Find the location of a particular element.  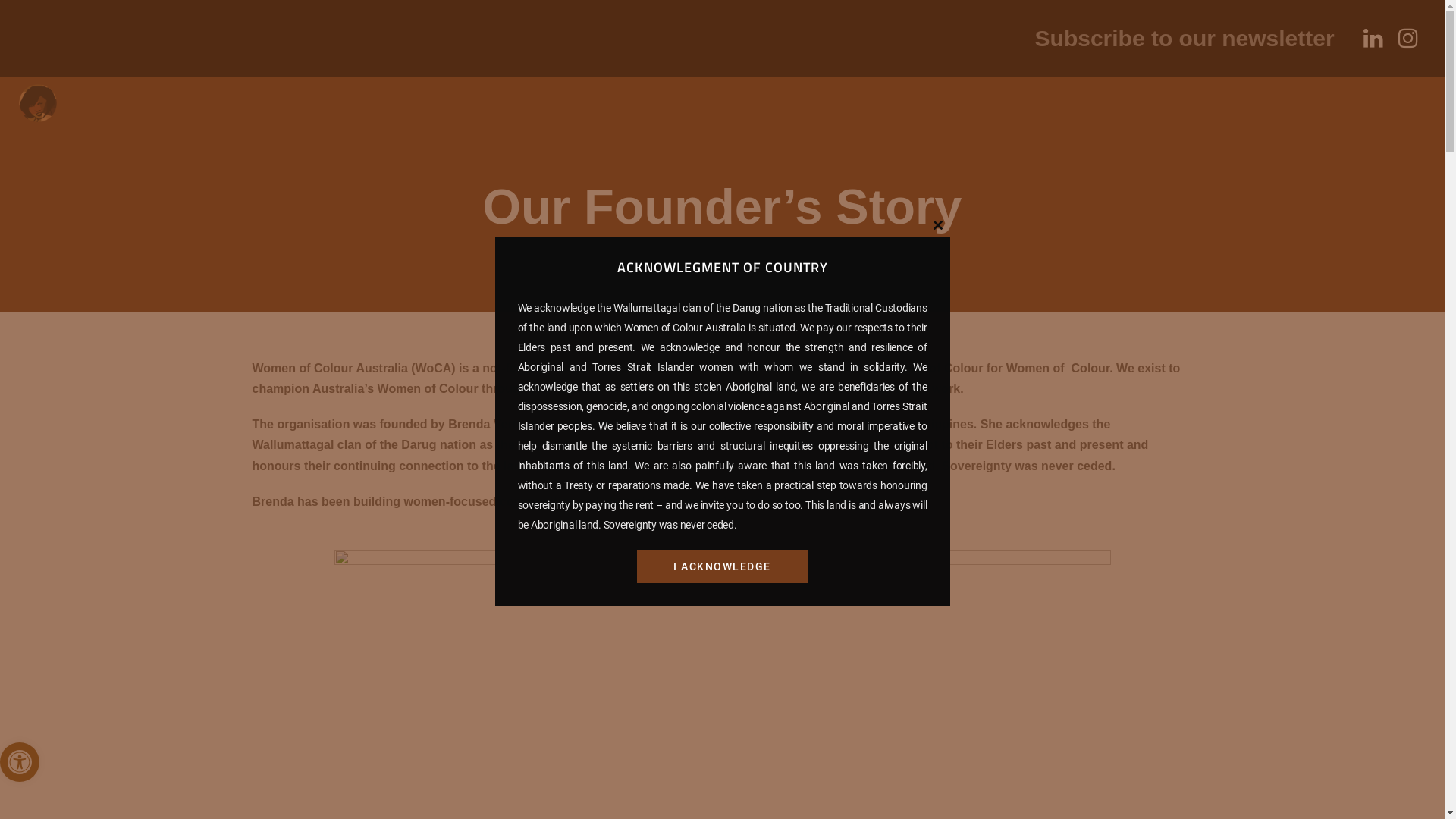

'linkedin' is located at coordinates (1373, 37).